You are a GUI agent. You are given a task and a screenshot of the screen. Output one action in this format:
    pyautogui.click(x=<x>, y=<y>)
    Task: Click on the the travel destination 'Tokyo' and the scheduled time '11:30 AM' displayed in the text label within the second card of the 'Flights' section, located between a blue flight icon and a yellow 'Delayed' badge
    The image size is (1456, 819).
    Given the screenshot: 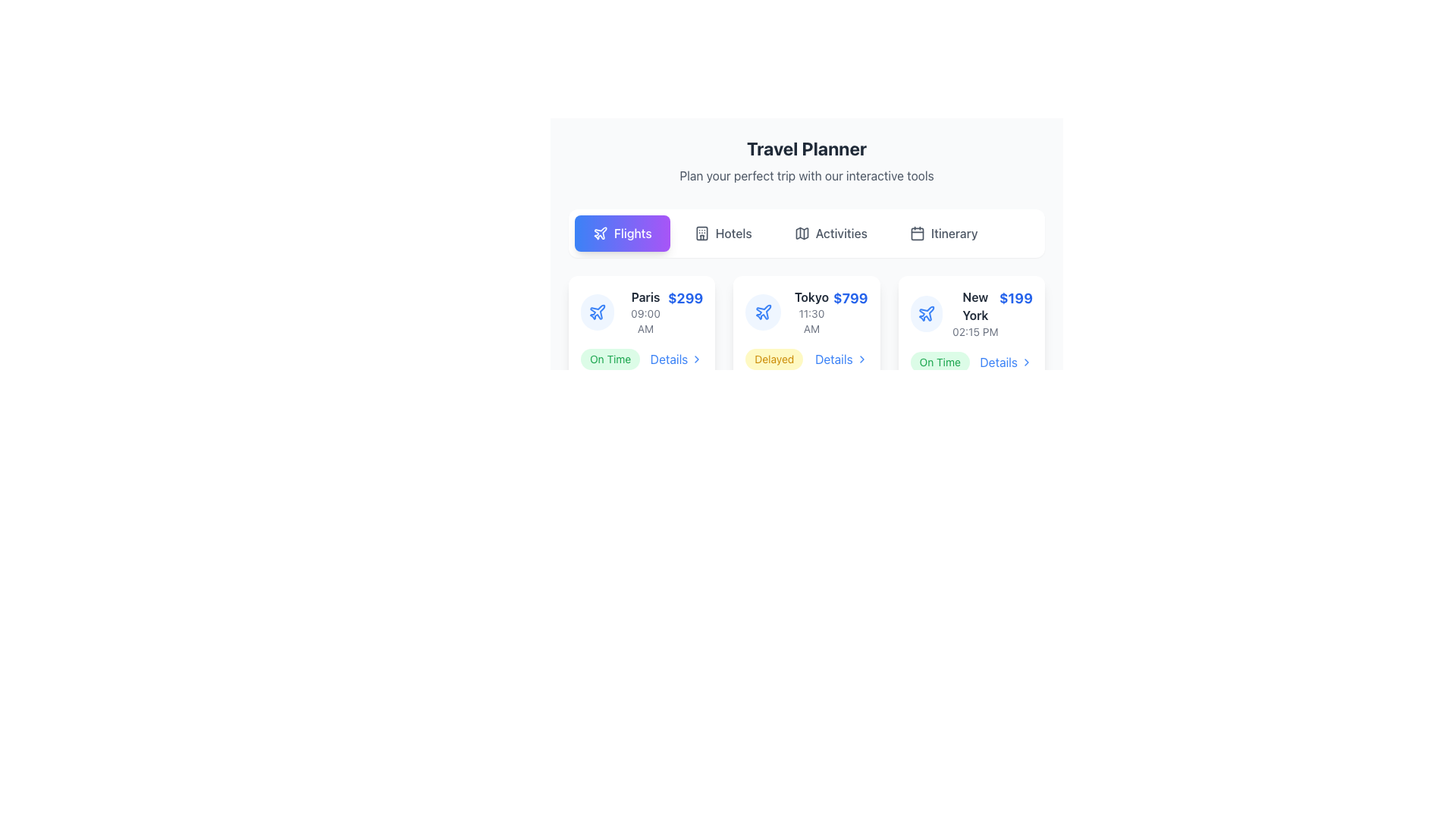 What is the action you would take?
    pyautogui.click(x=811, y=312)
    